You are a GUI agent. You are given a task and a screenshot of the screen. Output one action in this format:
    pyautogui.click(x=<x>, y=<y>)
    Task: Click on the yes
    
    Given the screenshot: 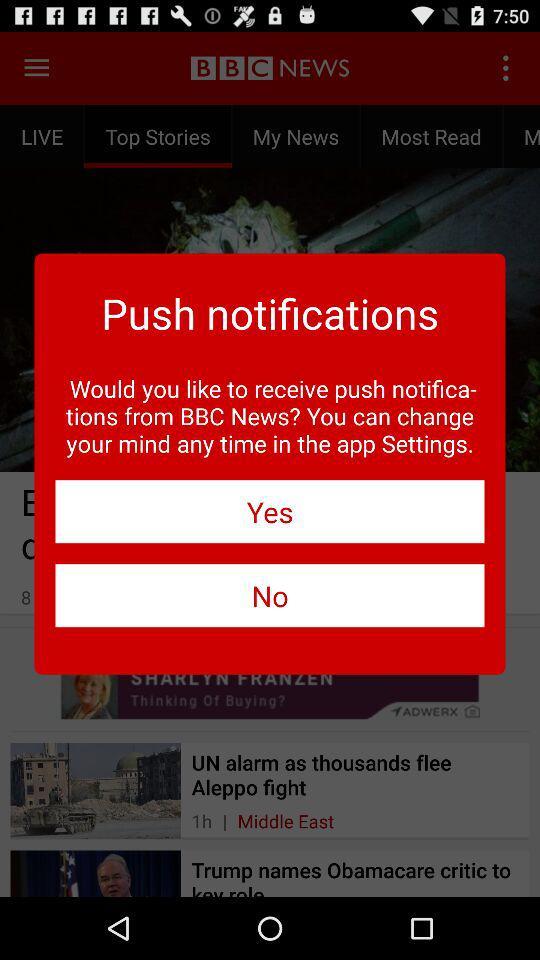 What is the action you would take?
    pyautogui.click(x=270, y=510)
    